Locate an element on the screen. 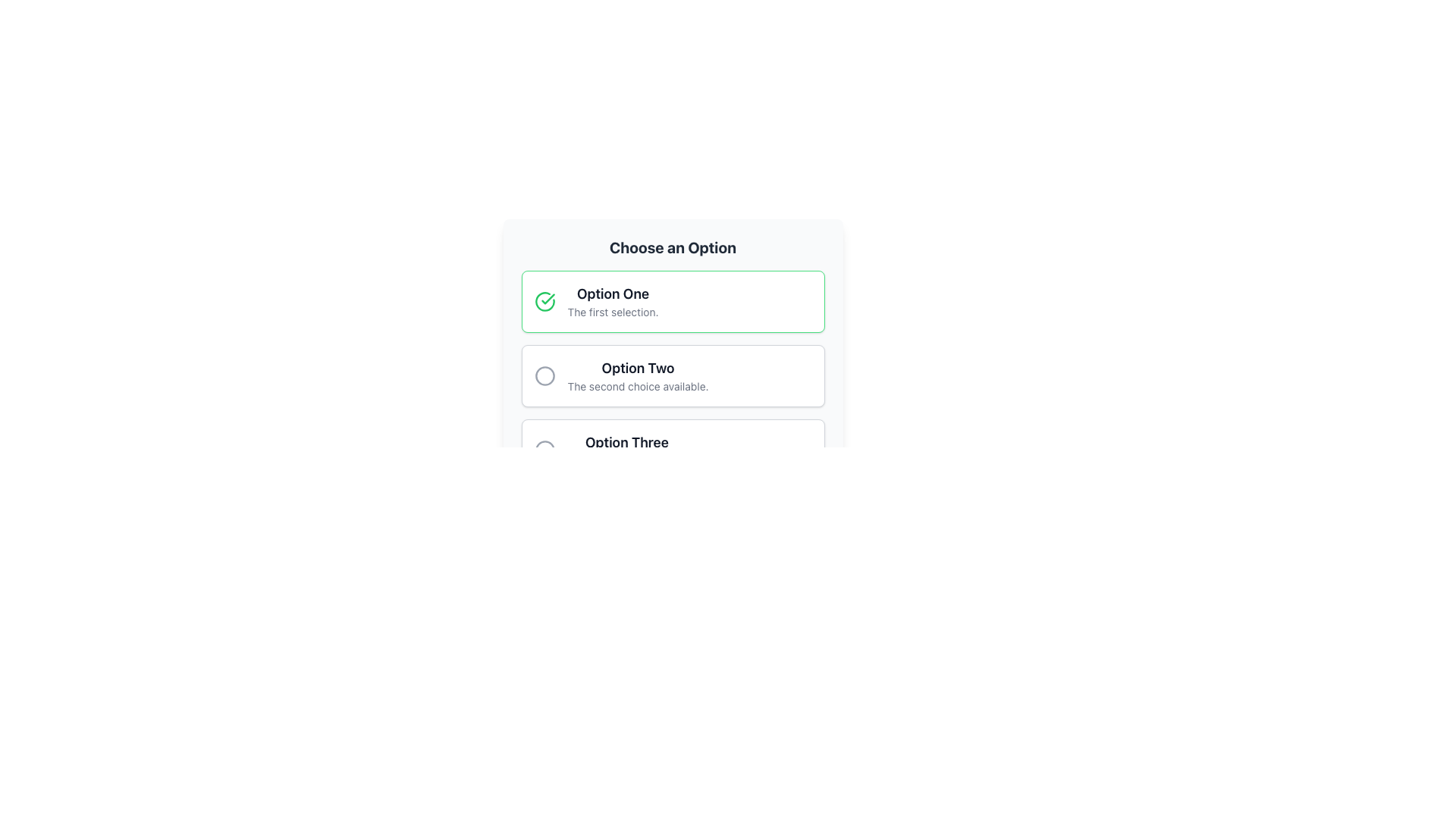 This screenshot has height=819, width=1456. the 'Option Two' text label is located at coordinates (638, 369).